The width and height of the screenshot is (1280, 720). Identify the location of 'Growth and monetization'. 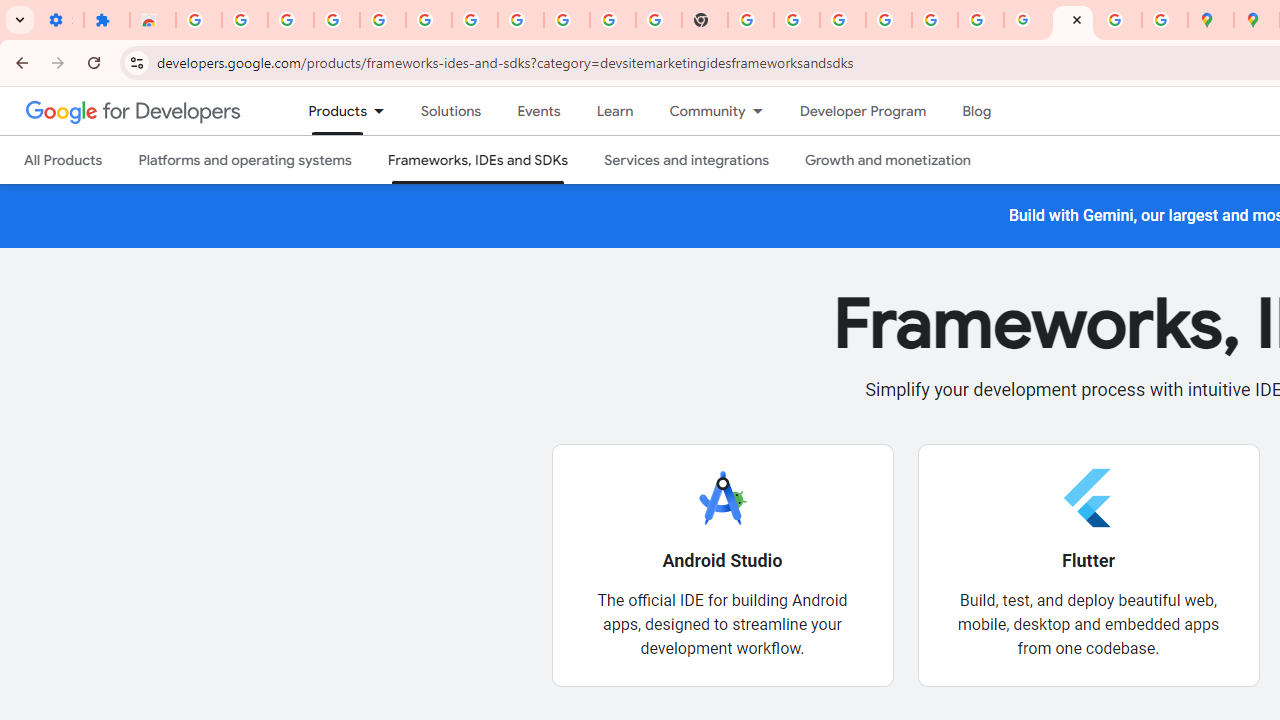
(887, 159).